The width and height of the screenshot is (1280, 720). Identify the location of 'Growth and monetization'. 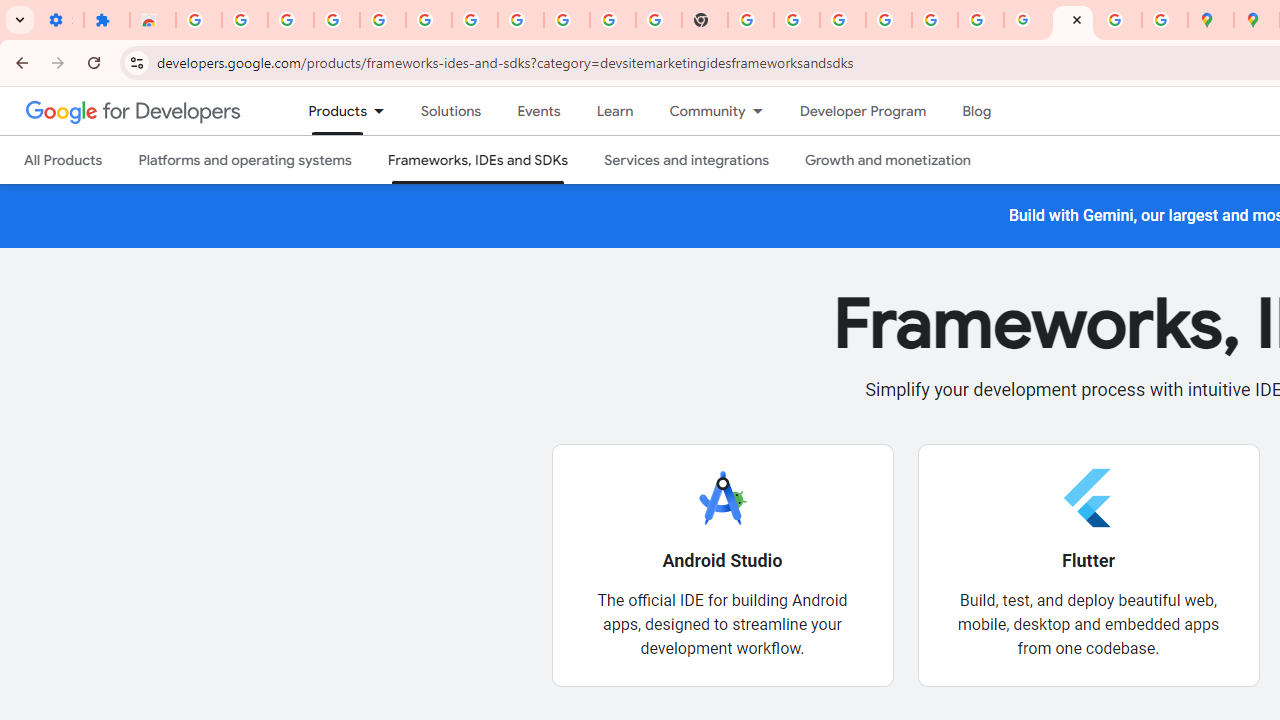
(887, 159).